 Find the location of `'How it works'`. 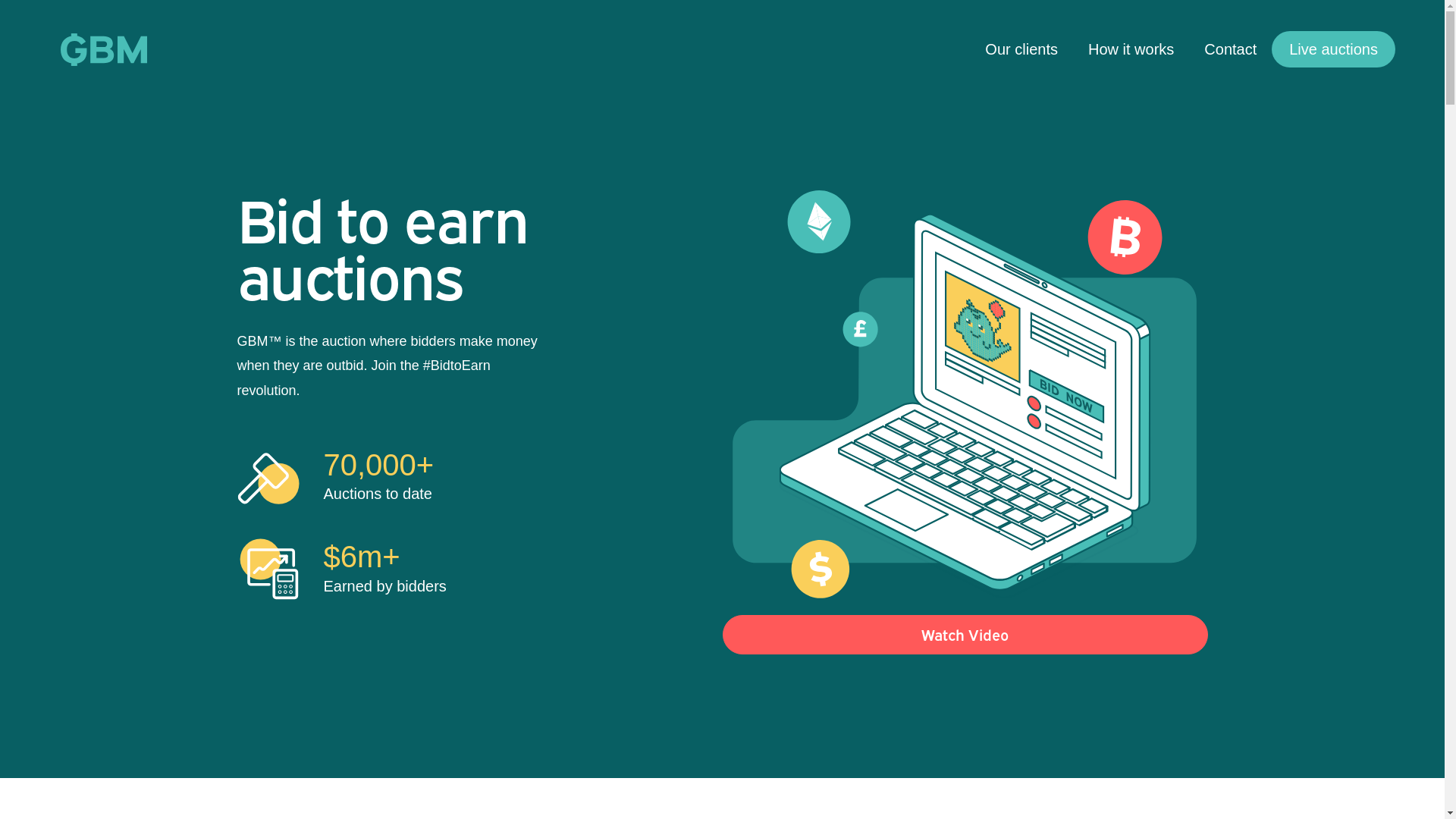

'How it works' is located at coordinates (1131, 49).